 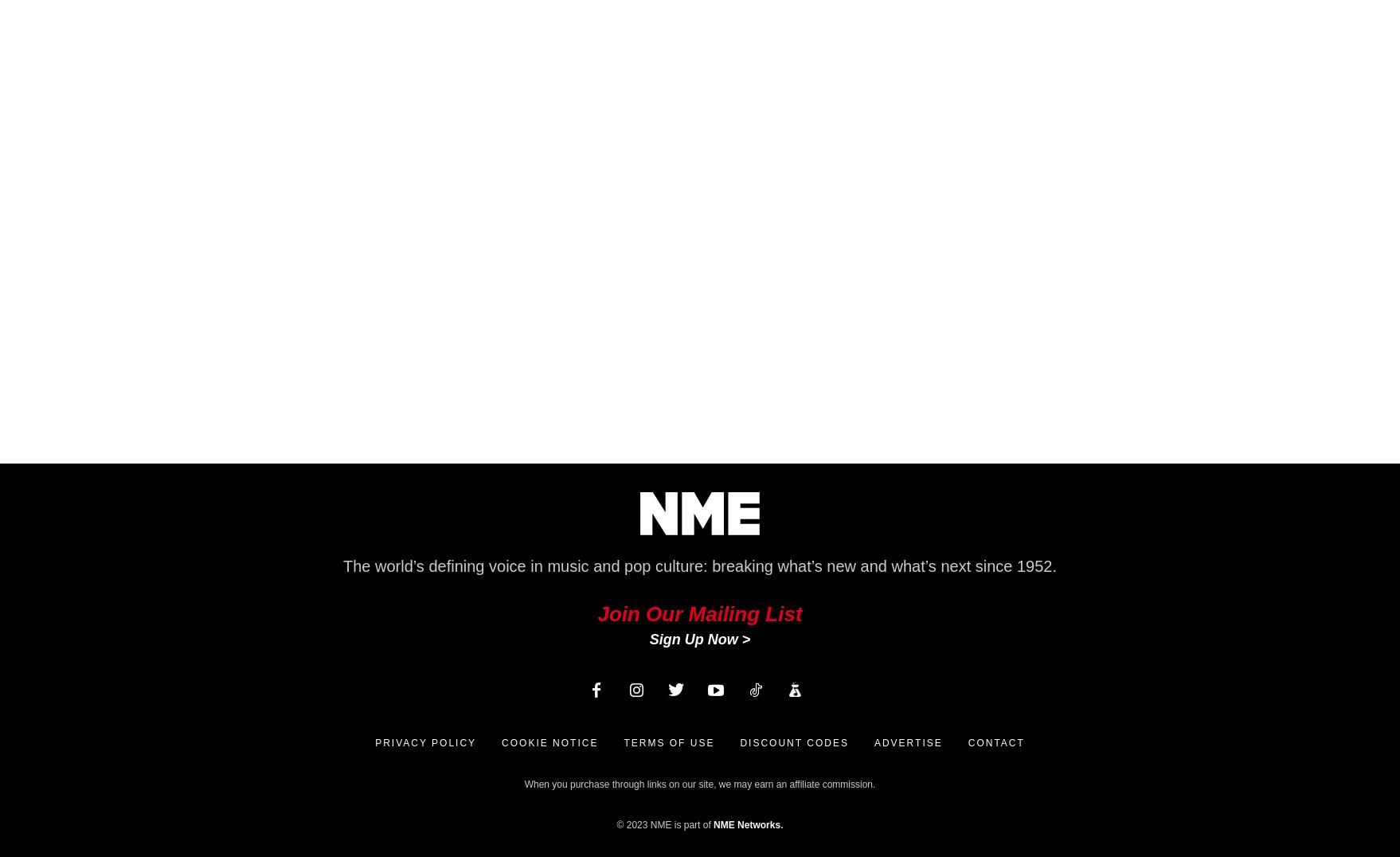 What do you see at coordinates (872, 742) in the screenshot?
I see `'Advertise'` at bounding box center [872, 742].